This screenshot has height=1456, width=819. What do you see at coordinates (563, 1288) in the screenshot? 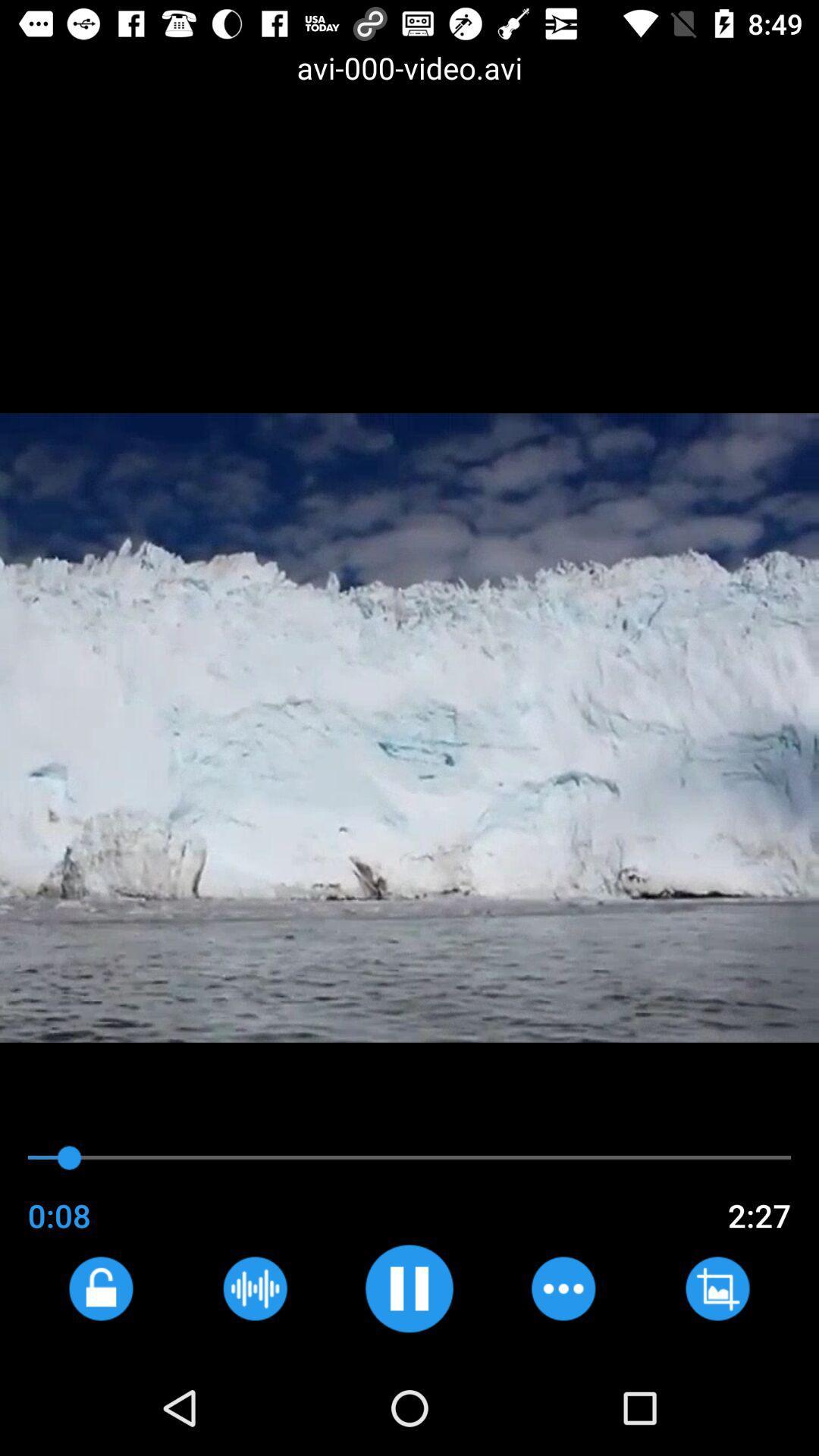
I see `more options` at bounding box center [563, 1288].